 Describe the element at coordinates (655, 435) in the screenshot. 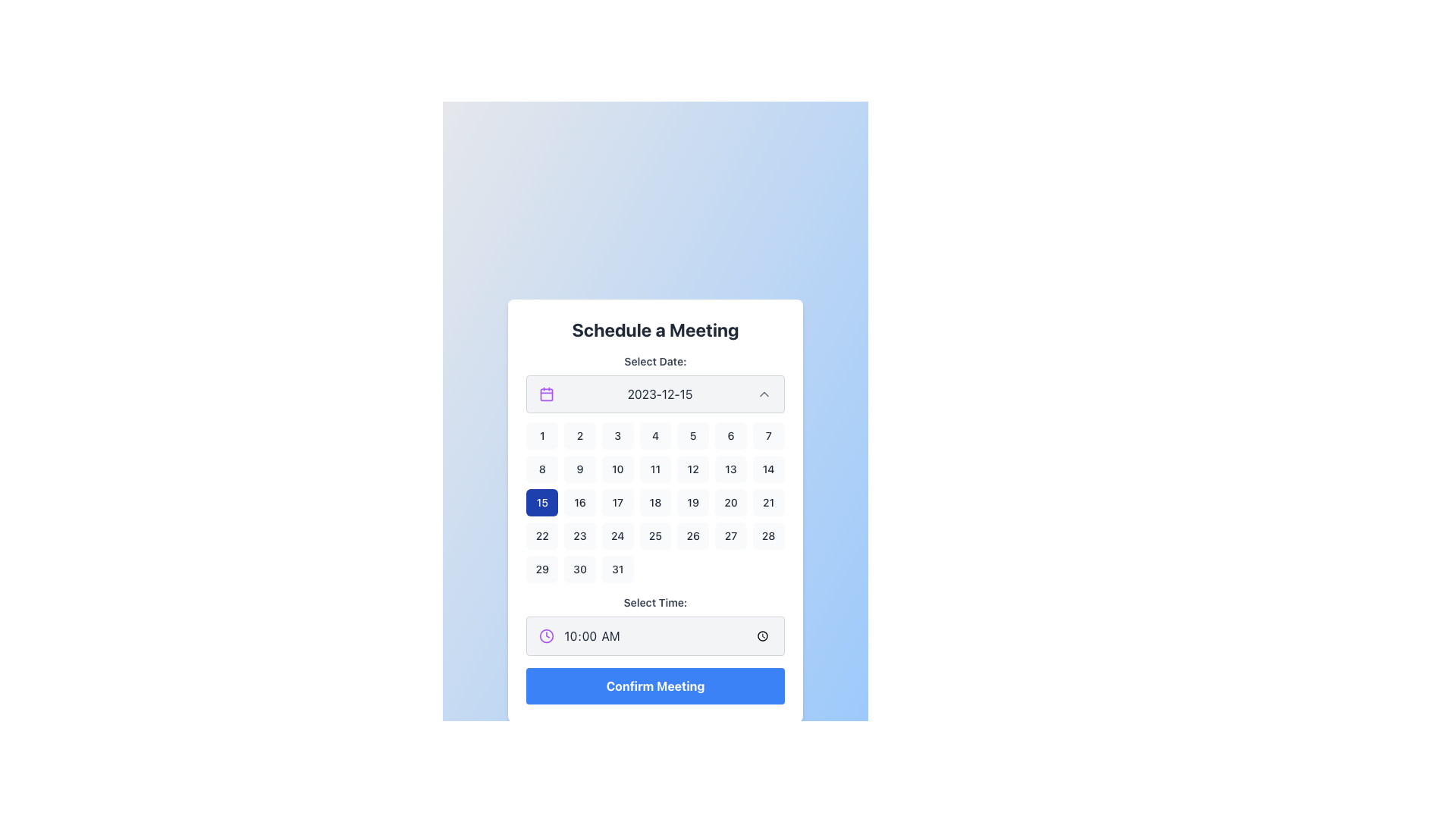

I see `the rounded rectangular button with a light gray background and centered black text '4'` at that location.